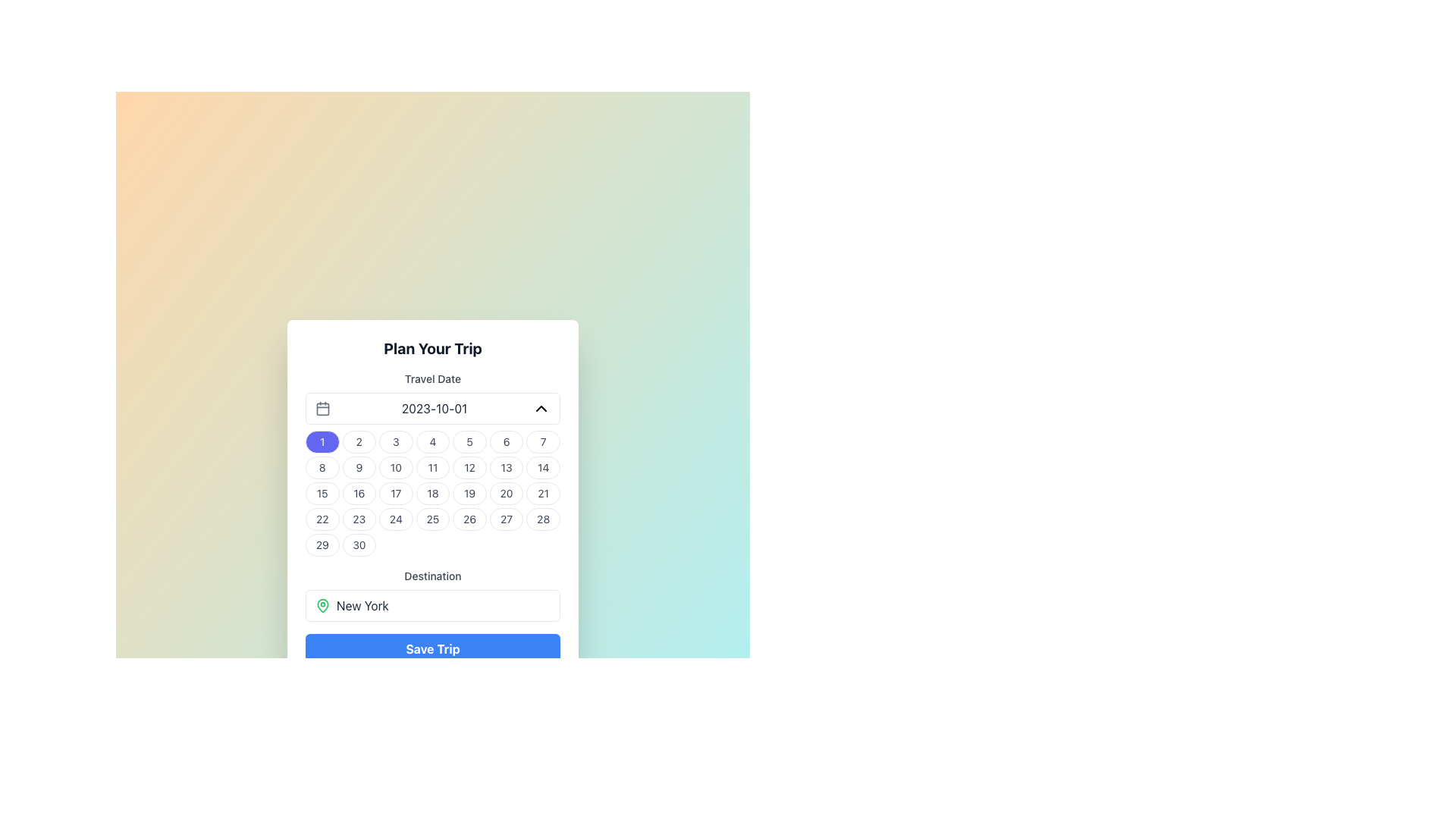 This screenshot has width=1456, height=819. What do you see at coordinates (322, 467) in the screenshot?
I see `the button representing the date '8' in the calendar interface` at bounding box center [322, 467].